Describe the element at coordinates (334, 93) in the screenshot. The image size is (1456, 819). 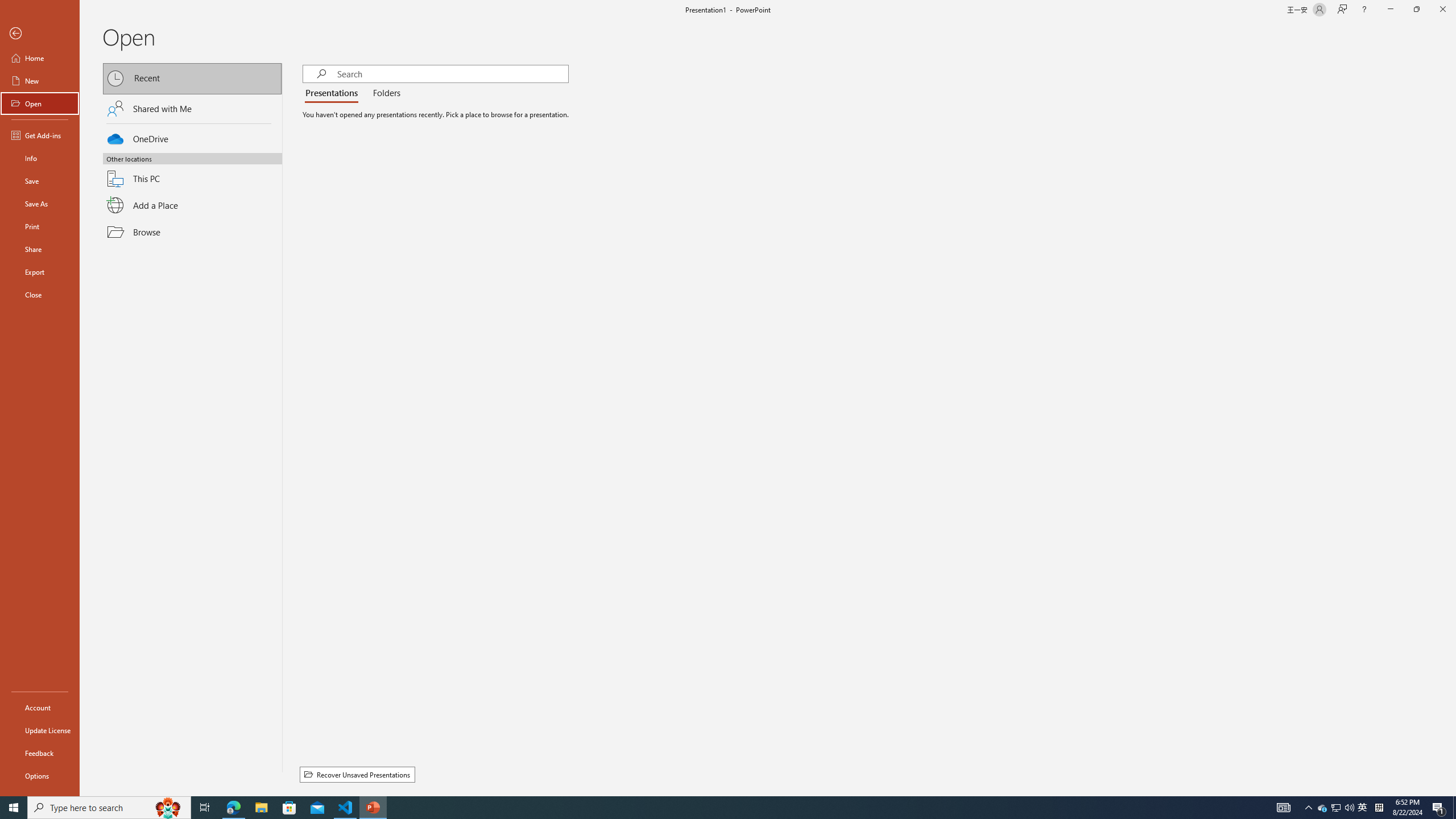
I see `'Presentations'` at that location.